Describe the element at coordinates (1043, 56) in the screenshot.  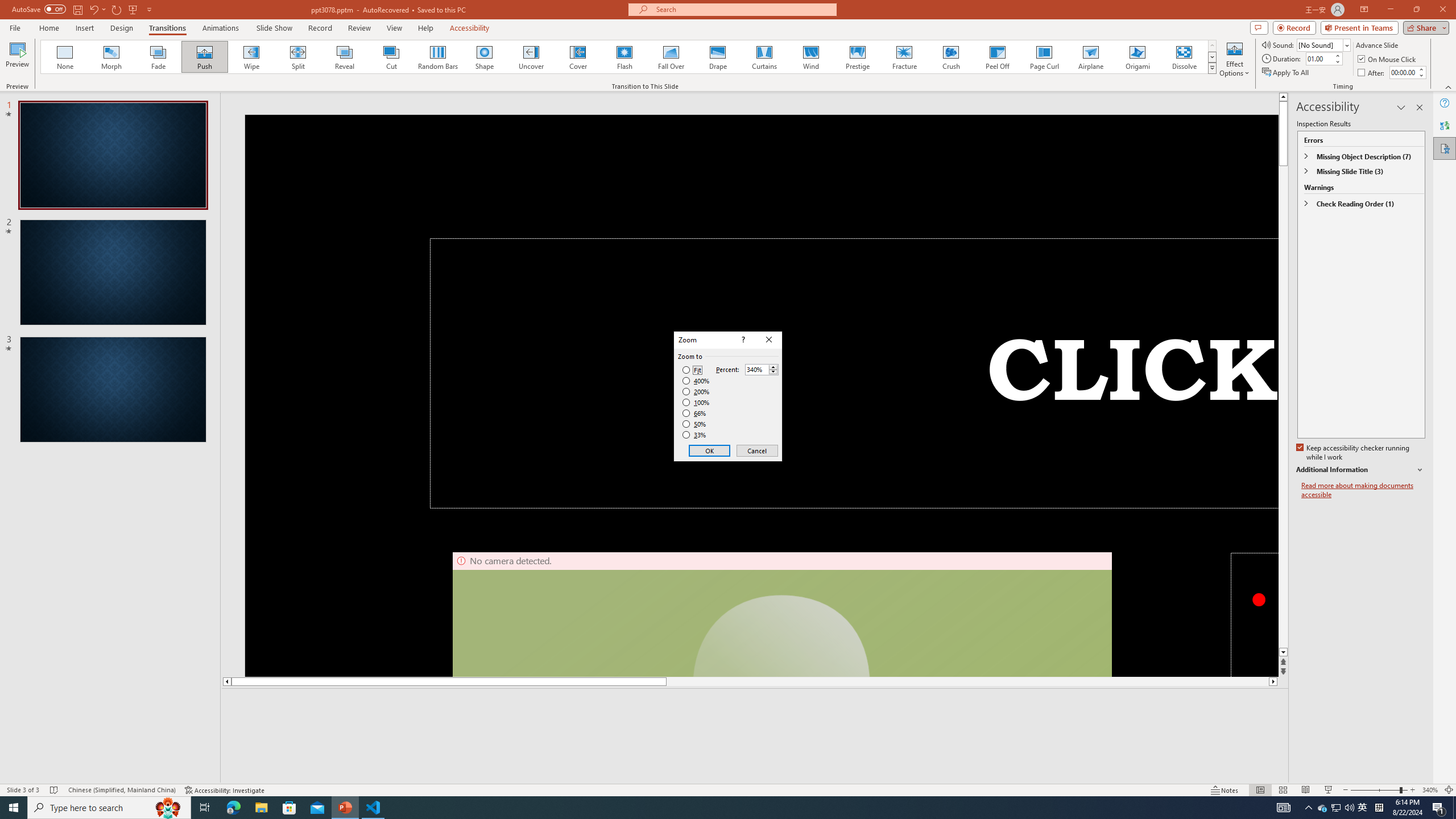
I see `'Page Curl'` at that location.